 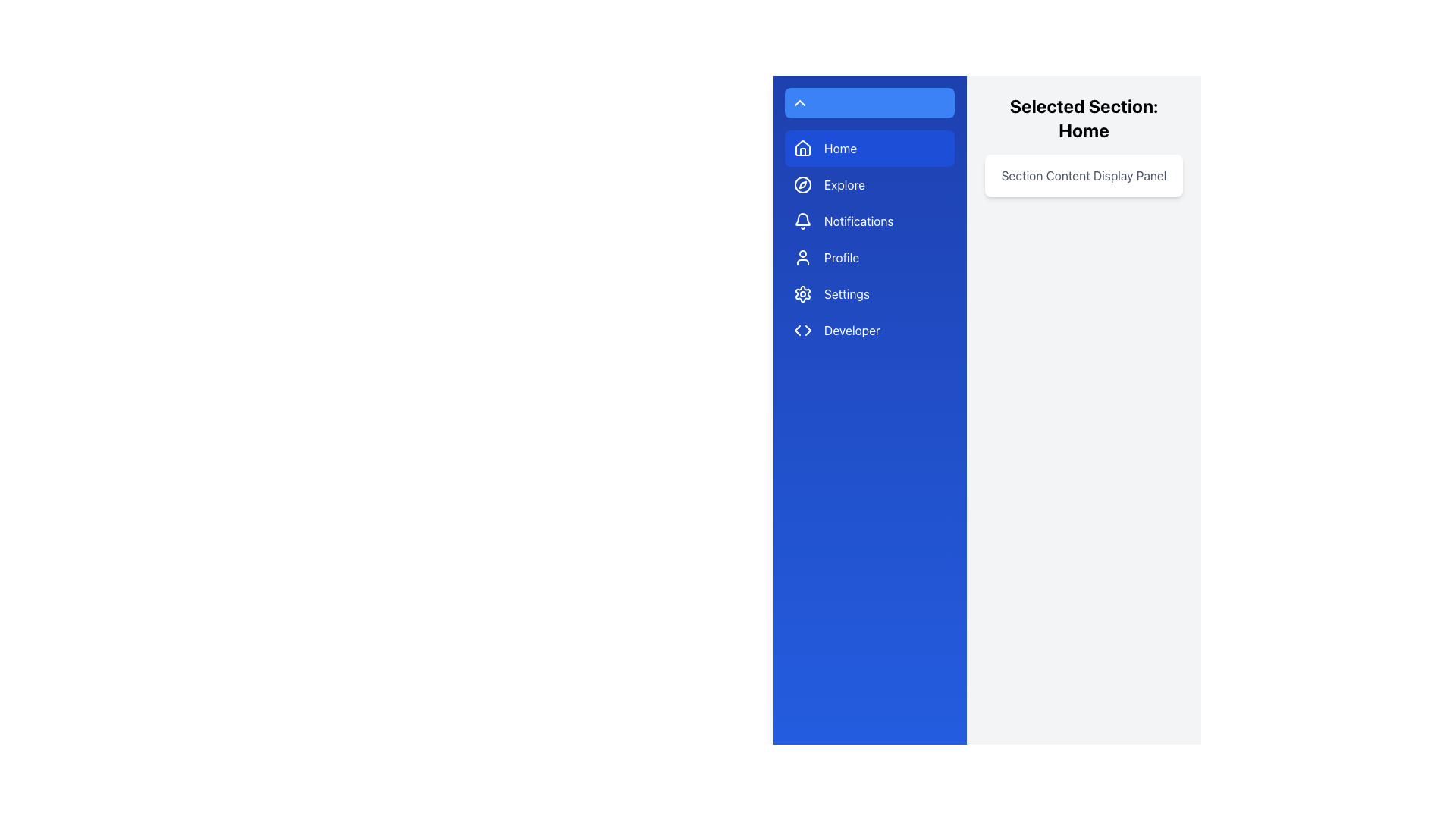 I want to click on the 'Settings' text label, which is styled in white font color on a blue background and is located to the right of a gear icon in the vertical navigation list, so click(x=846, y=294).